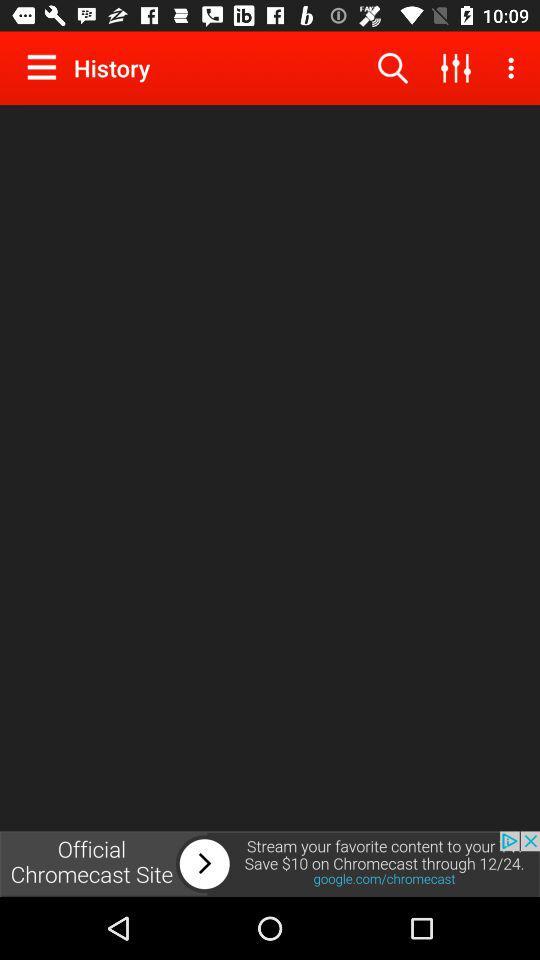  Describe the element at coordinates (46, 67) in the screenshot. I see `the file of the history` at that location.